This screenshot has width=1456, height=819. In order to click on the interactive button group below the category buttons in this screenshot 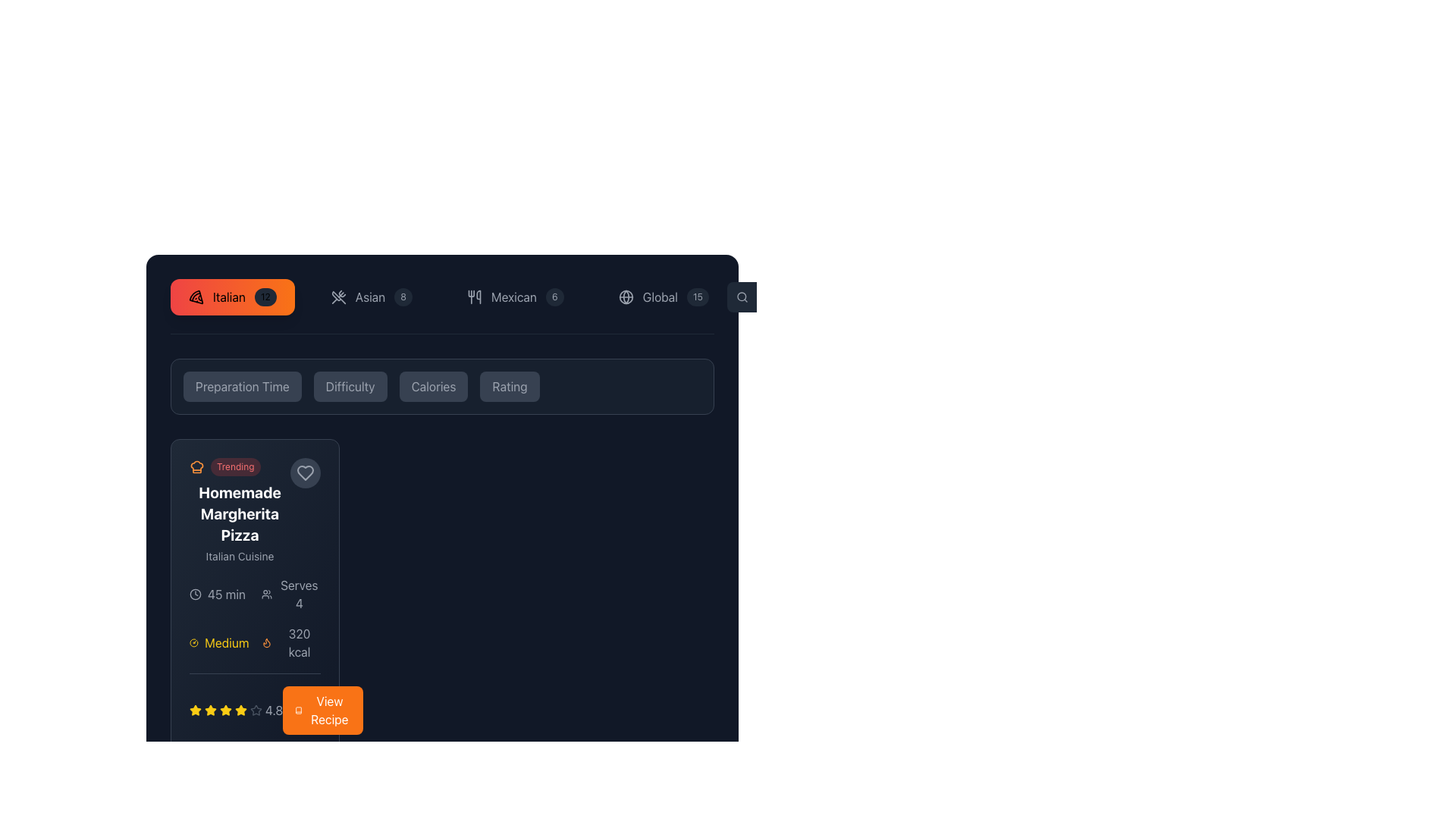, I will do `click(441, 385)`.